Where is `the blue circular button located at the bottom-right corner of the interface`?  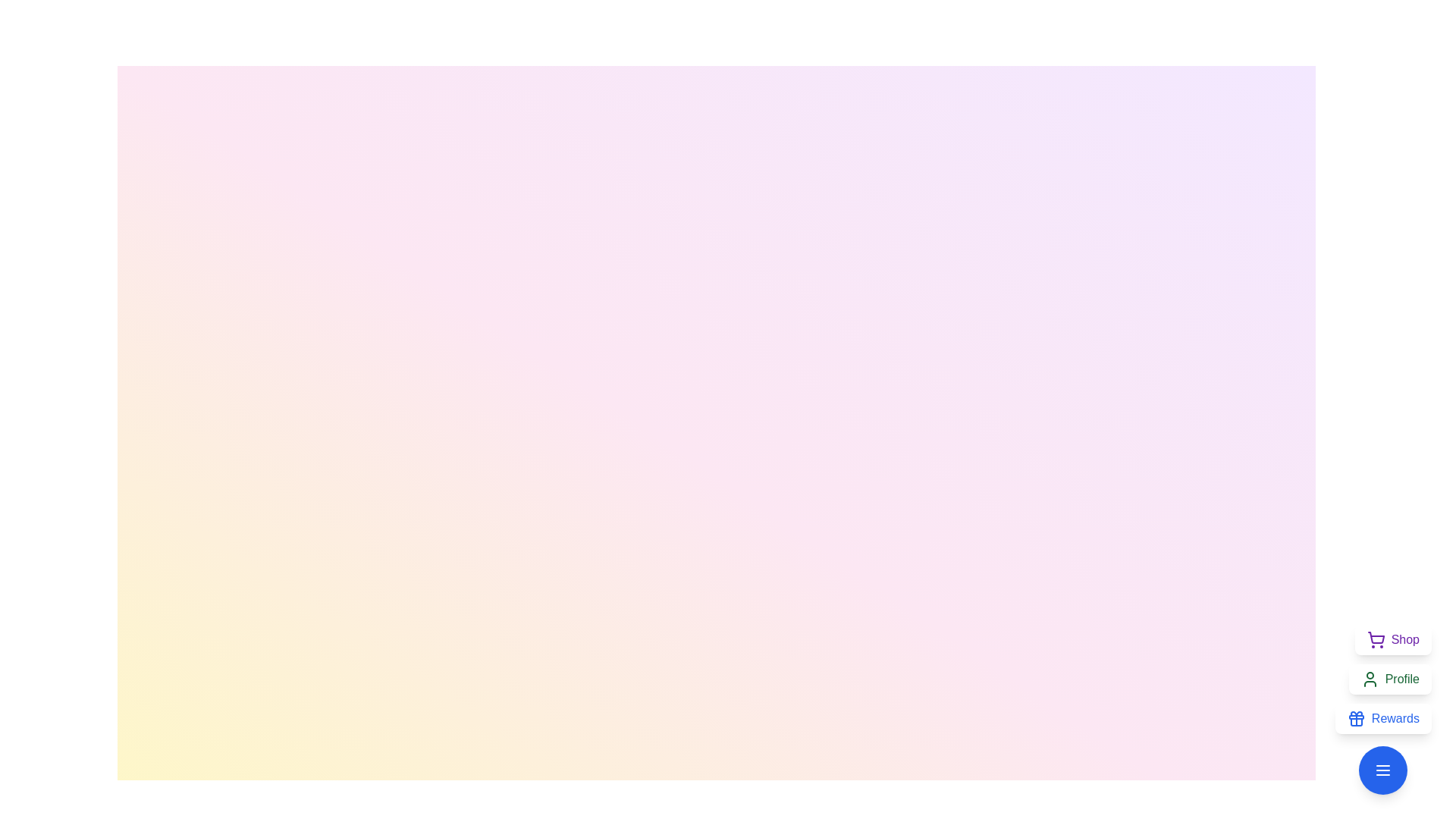
the blue circular button located at the bottom-right corner of the interface is located at coordinates (1383, 770).